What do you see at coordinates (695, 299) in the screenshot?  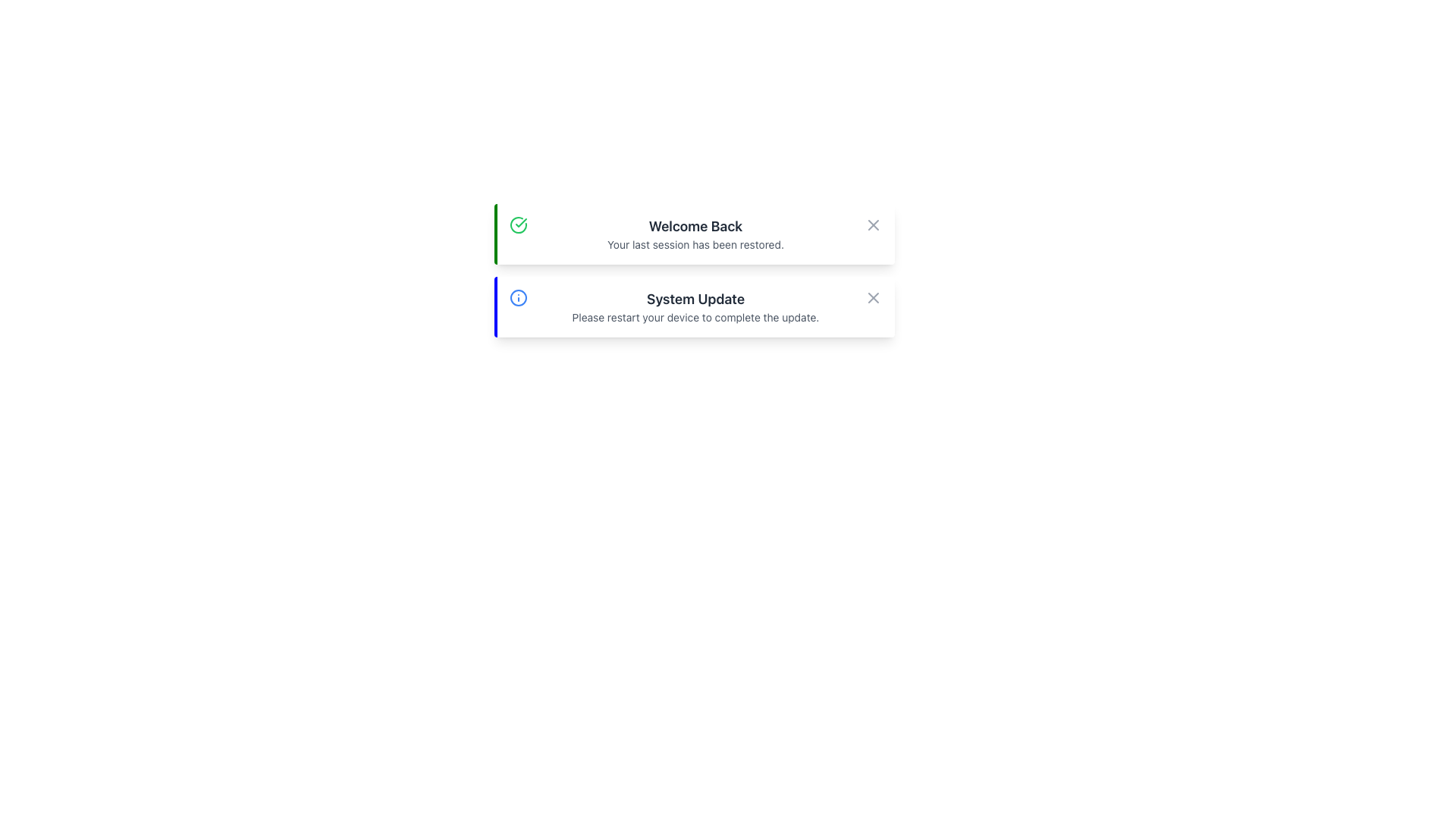 I see `text content of the 'System Update' label located at the top of the second notification panel, which is styled in bold and dark gray color` at bounding box center [695, 299].